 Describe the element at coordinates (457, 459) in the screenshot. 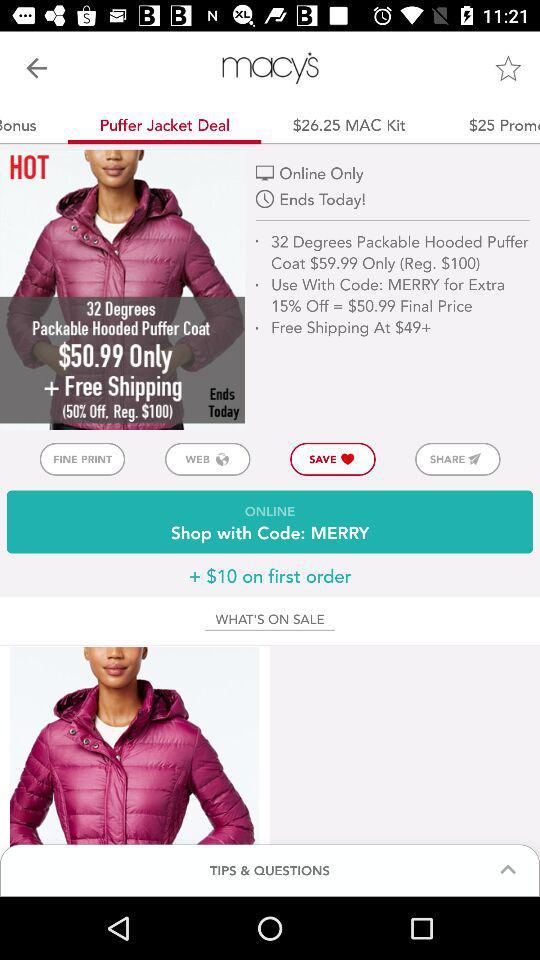

I see `the item next to the save icon` at that location.